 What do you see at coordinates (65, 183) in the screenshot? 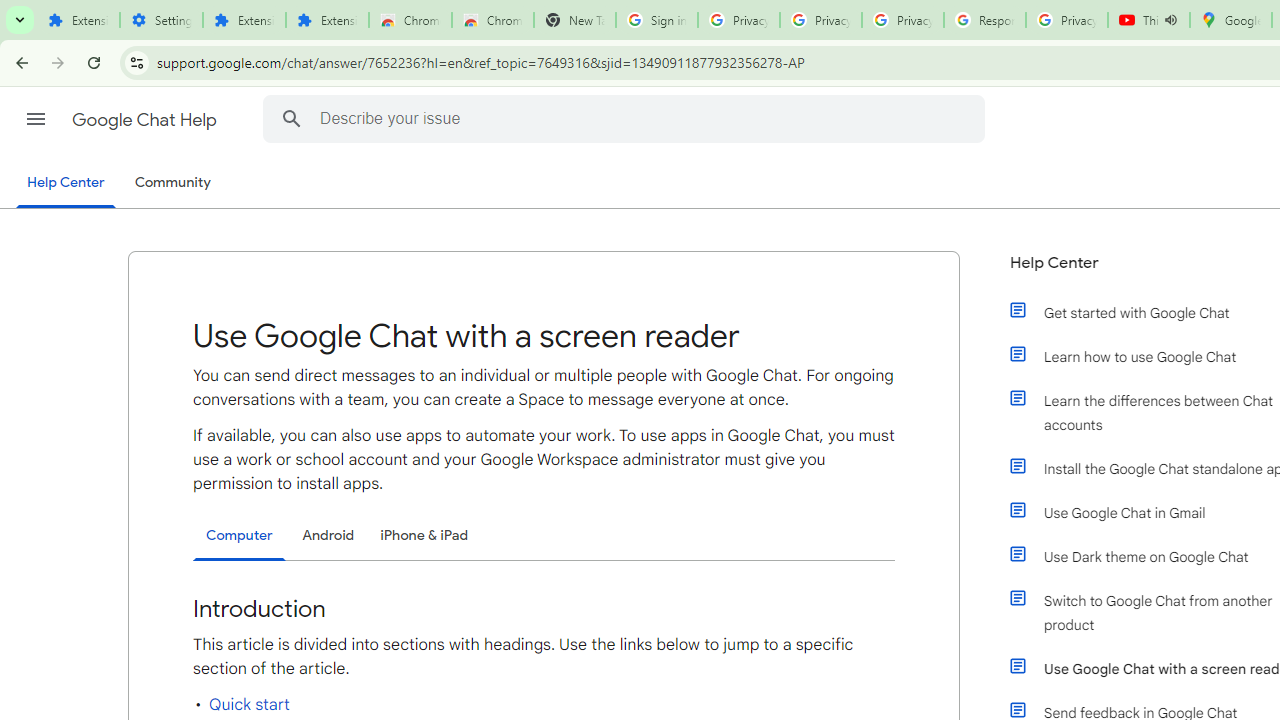
I see `'Help Center'` at bounding box center [65, 183].